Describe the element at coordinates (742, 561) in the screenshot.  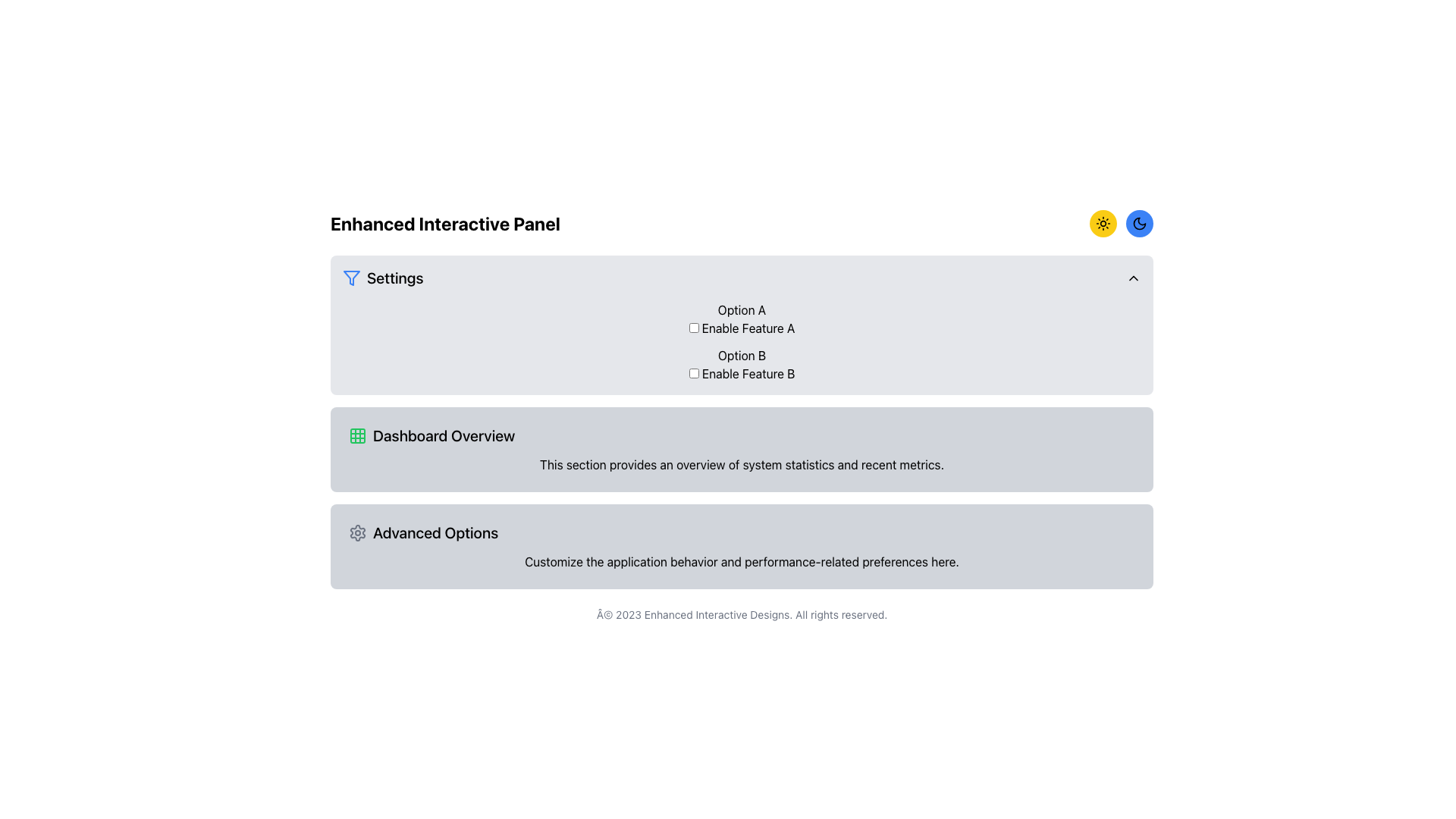
I see `the descriptive Text Label in the 'Advanced Options' section, located directly below the section's title and to the right of its associated icon` at that location.